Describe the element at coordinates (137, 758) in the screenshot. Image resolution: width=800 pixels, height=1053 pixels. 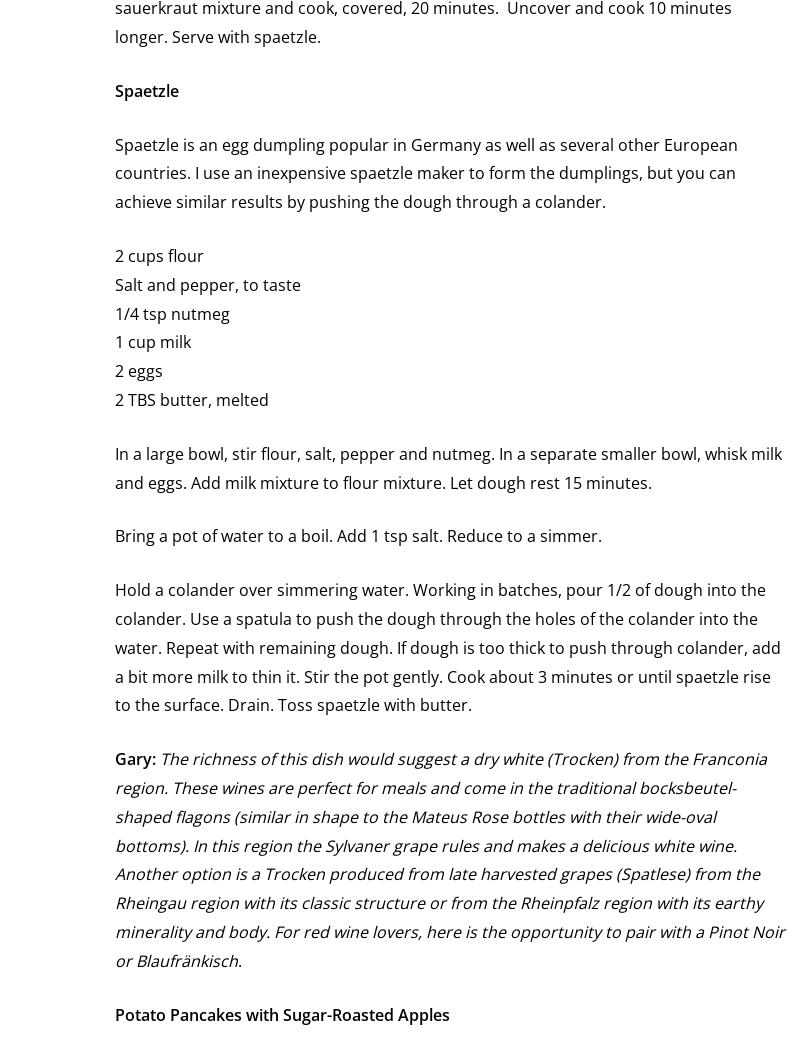
I see `'Gary:'` at that location.